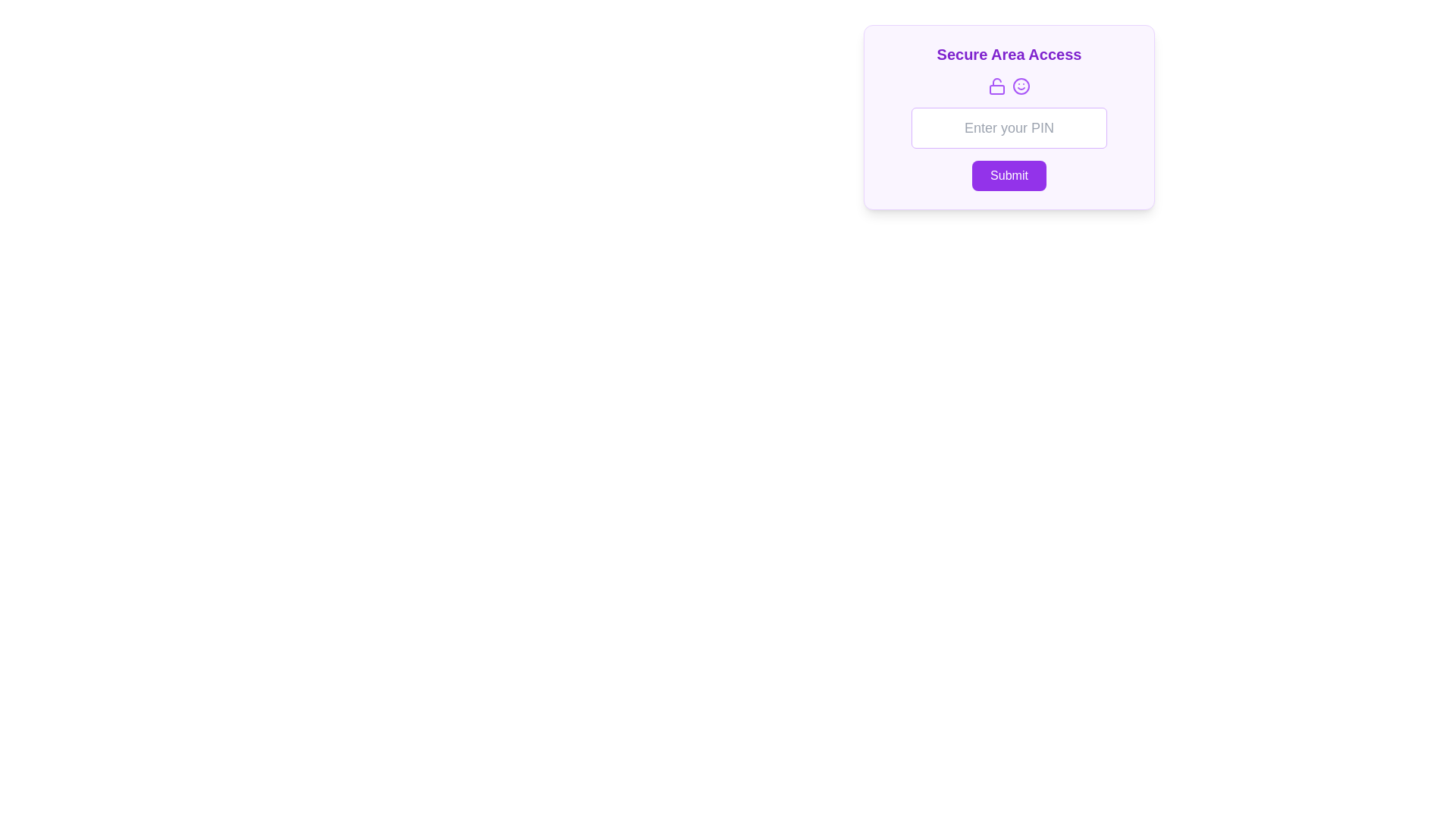 The height and width of the screenshot is (819, 1456). Describe the element at coordinates (1009, 86) in the screenshot. I see `the decorative icon group that emphasizes the 'secure area access' theme, positioned centrally below the title 'Secure Area Access'` at that location.